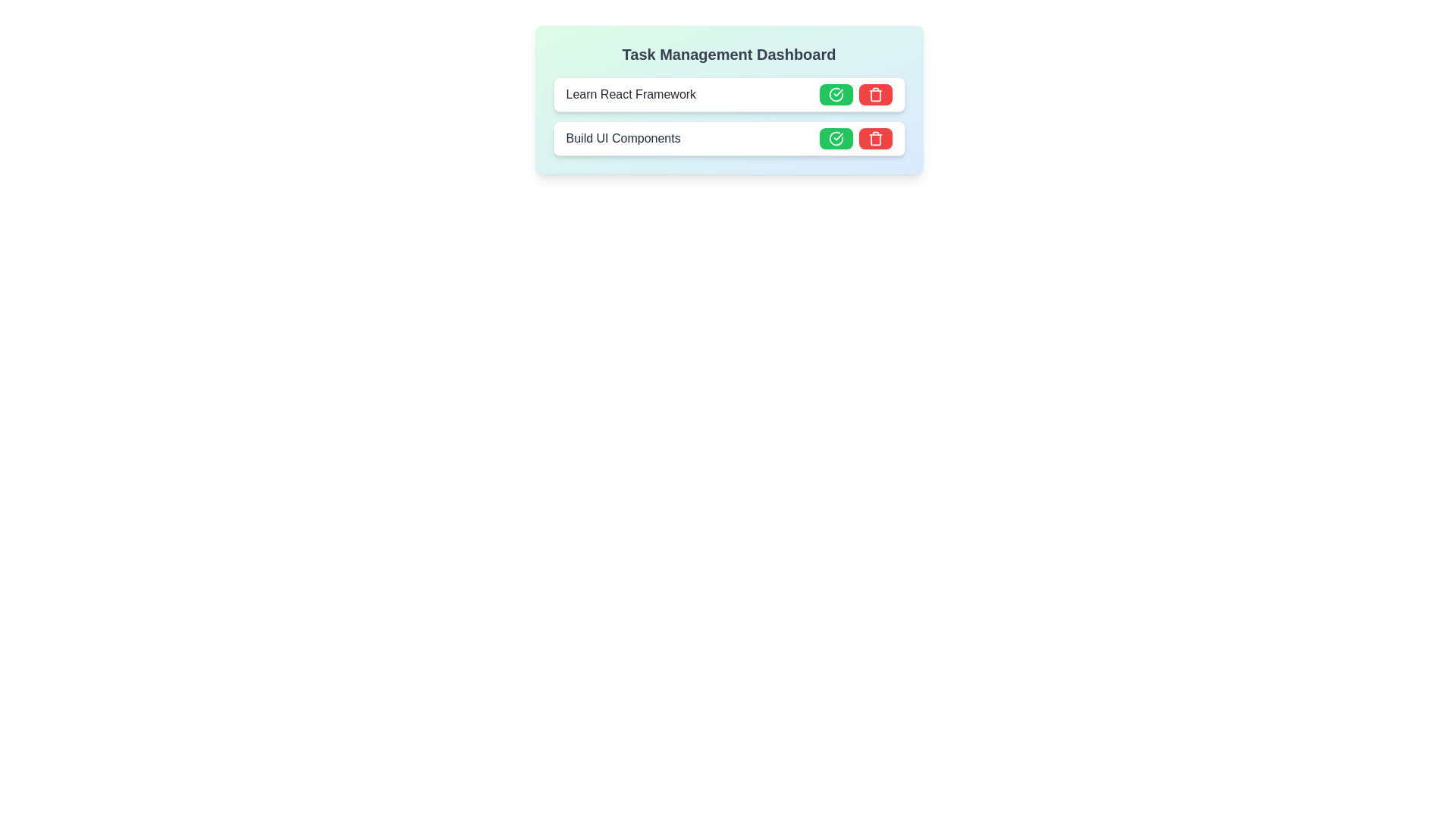  Describe the element at coordinates (875, 94) in the screenshot. I see `the small rectangular button with a red background and a white trash bin icon, located to the far-right of the second row of task entries, directly after the green 'check' button` at that location.